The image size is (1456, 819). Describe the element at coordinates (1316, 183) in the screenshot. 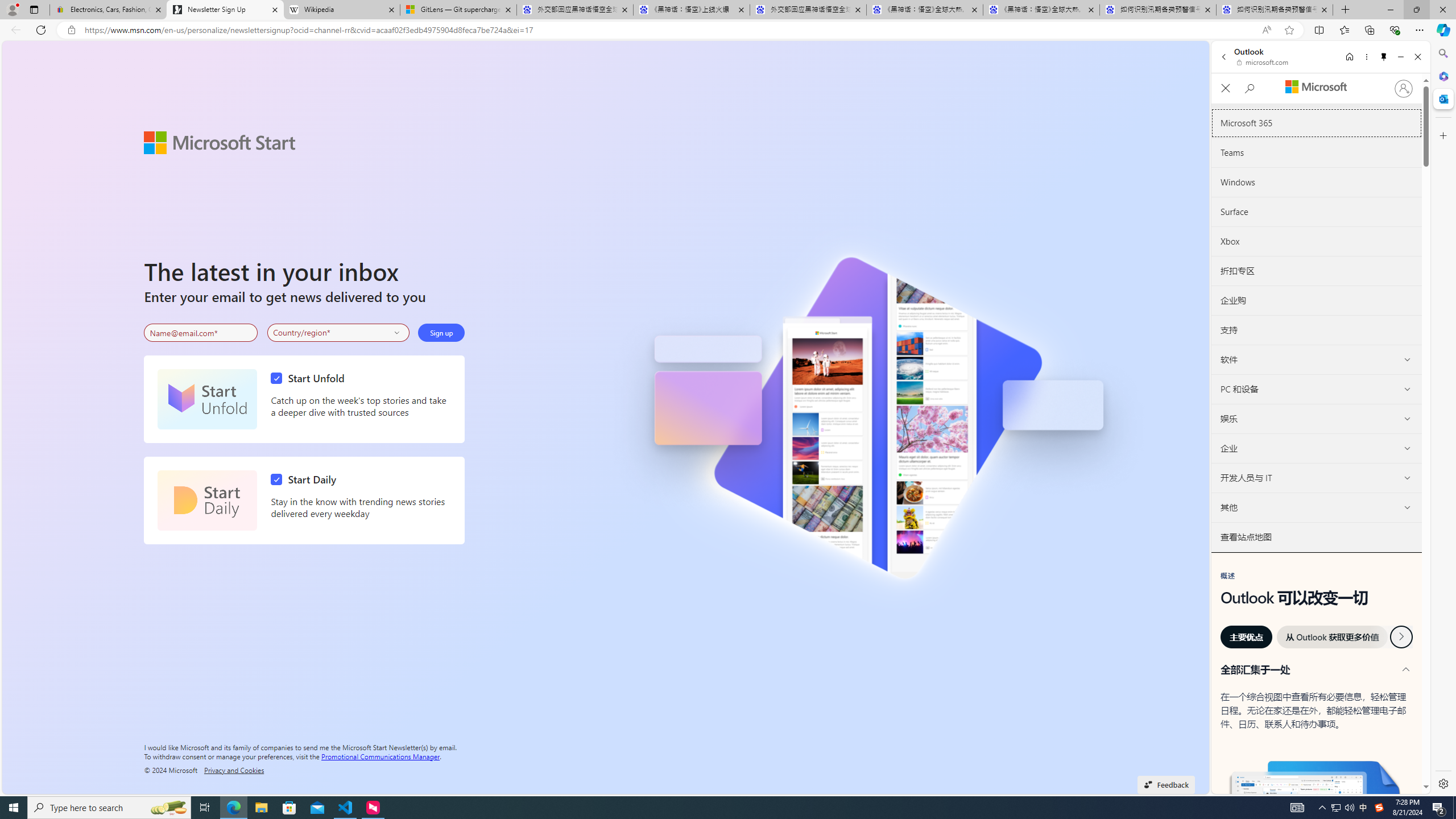

I see `'Windows'` at that location.